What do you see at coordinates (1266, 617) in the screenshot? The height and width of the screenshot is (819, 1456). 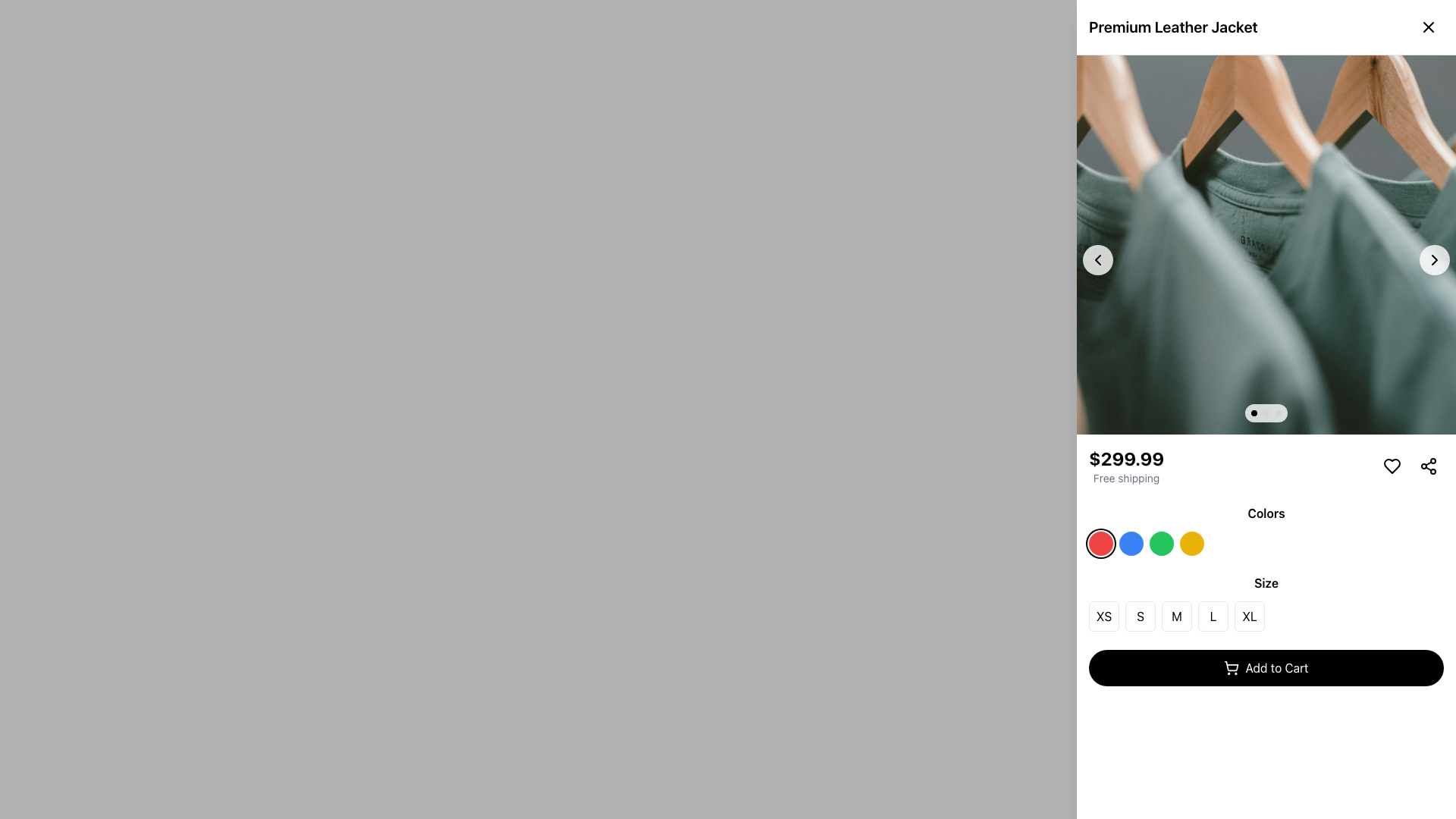 I see `the size option buttons in the 'Size' section below the color selection area` at bounding box center [1266, 617].